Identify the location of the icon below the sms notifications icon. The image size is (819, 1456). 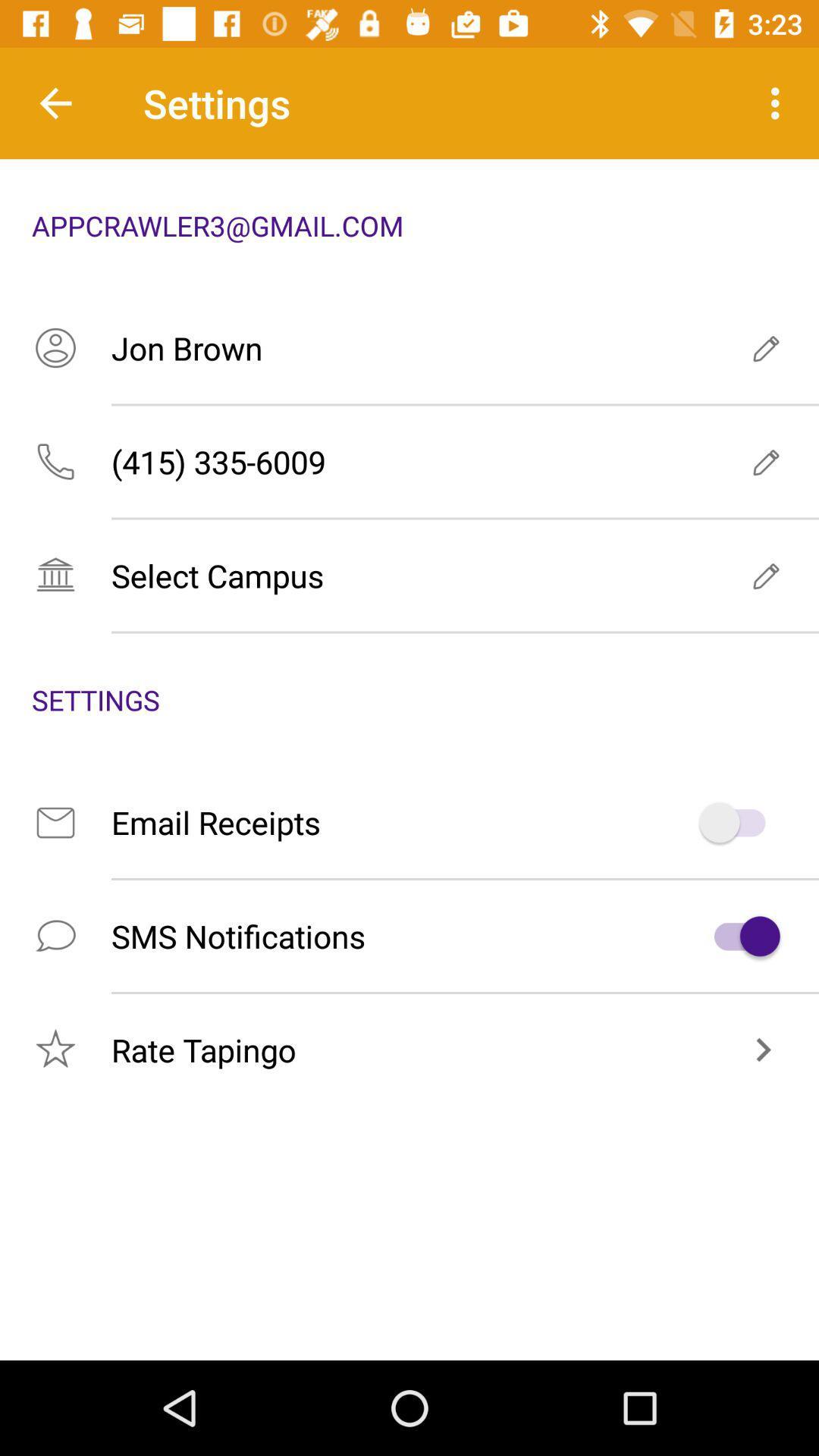
(409, 1049).